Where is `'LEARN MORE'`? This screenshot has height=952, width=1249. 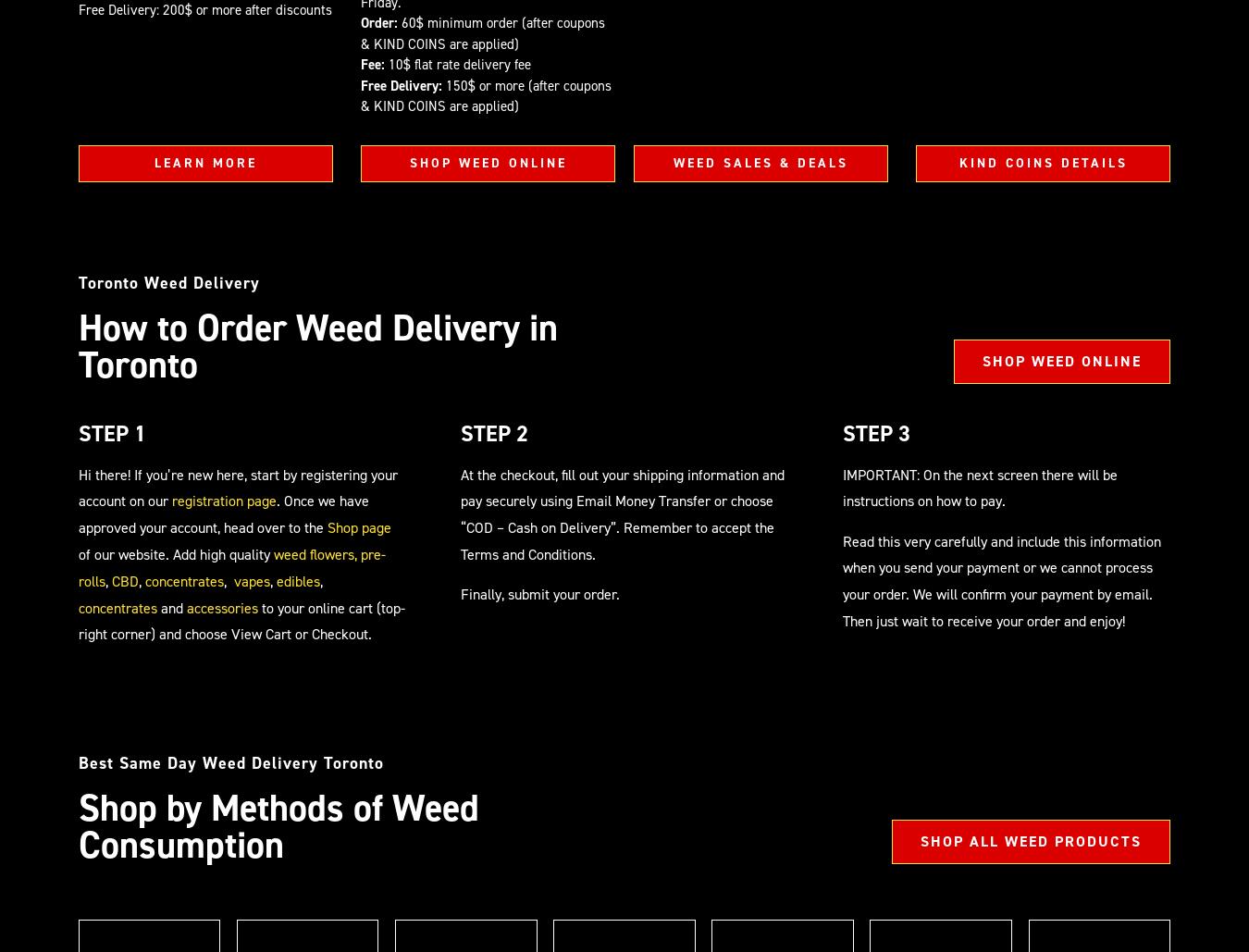 'LEARN MORE' is located at coordinates (205, 162).